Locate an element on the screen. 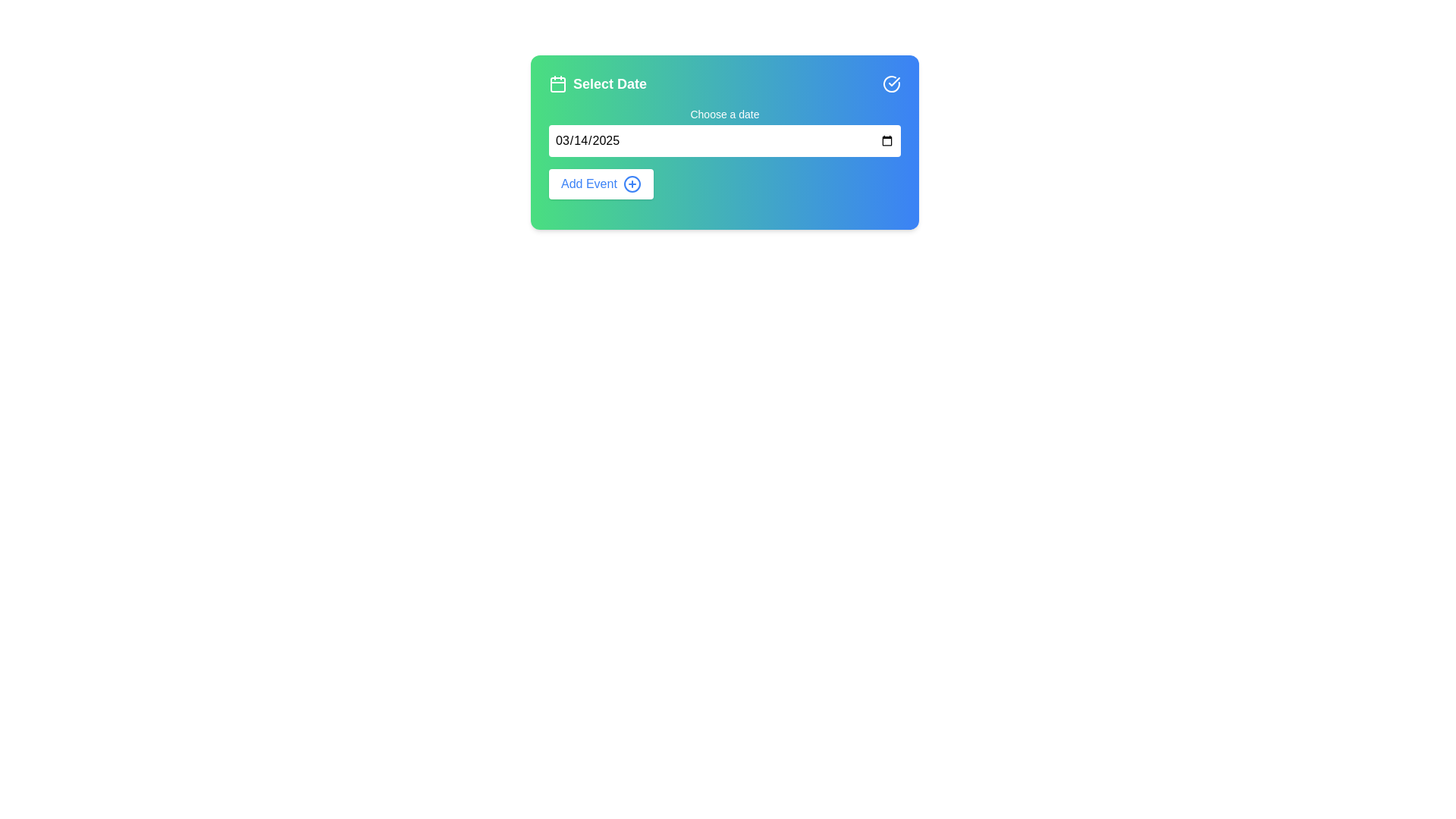  the circular SVG graphic element that is part of the 'Add Event' button, which is located in the lower-left quadrant of the interface is located at coordinates (632, 184).